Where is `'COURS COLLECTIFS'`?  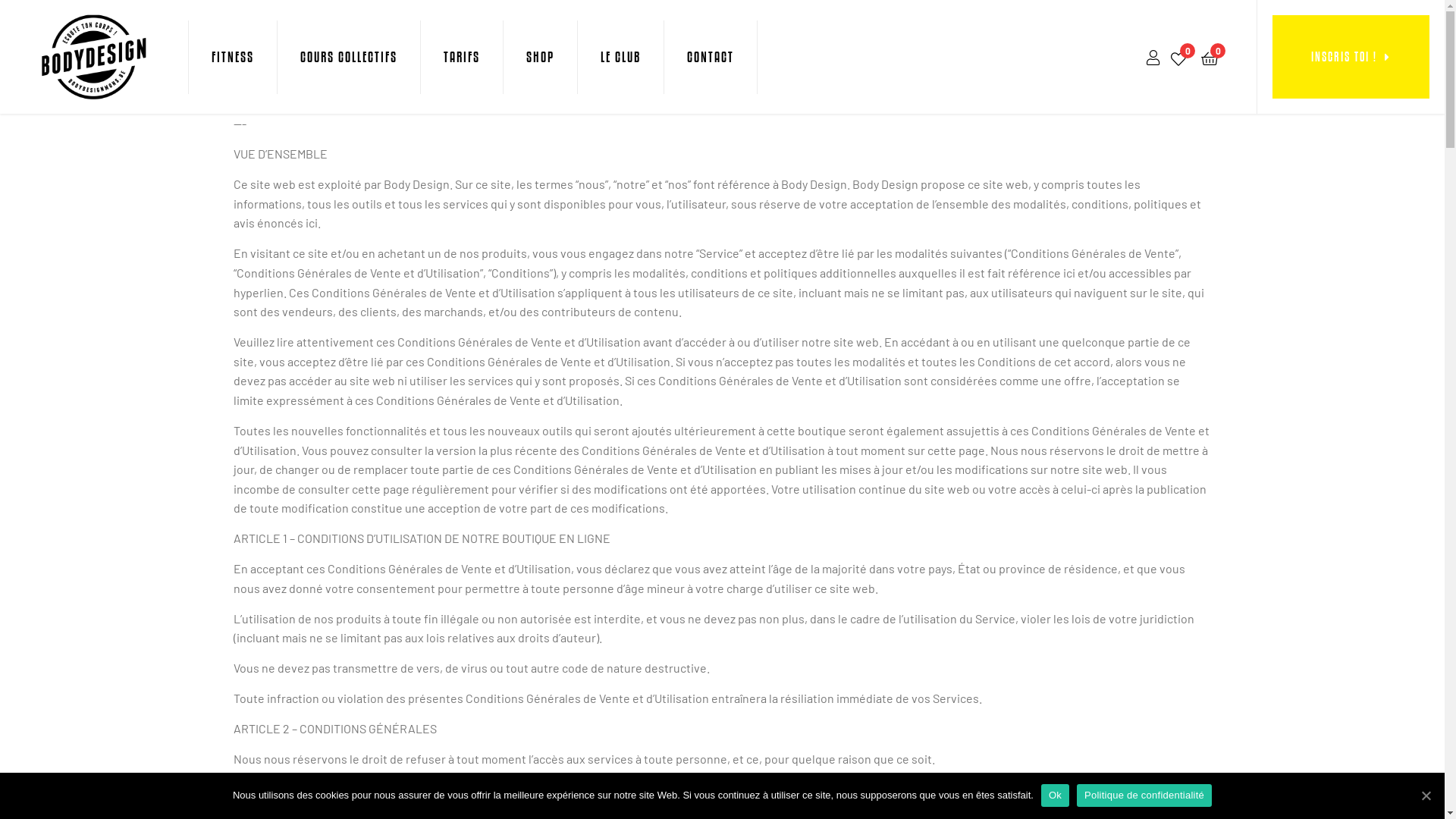
'COURS COLLECTIFS' is located at coordinates (348, 56).